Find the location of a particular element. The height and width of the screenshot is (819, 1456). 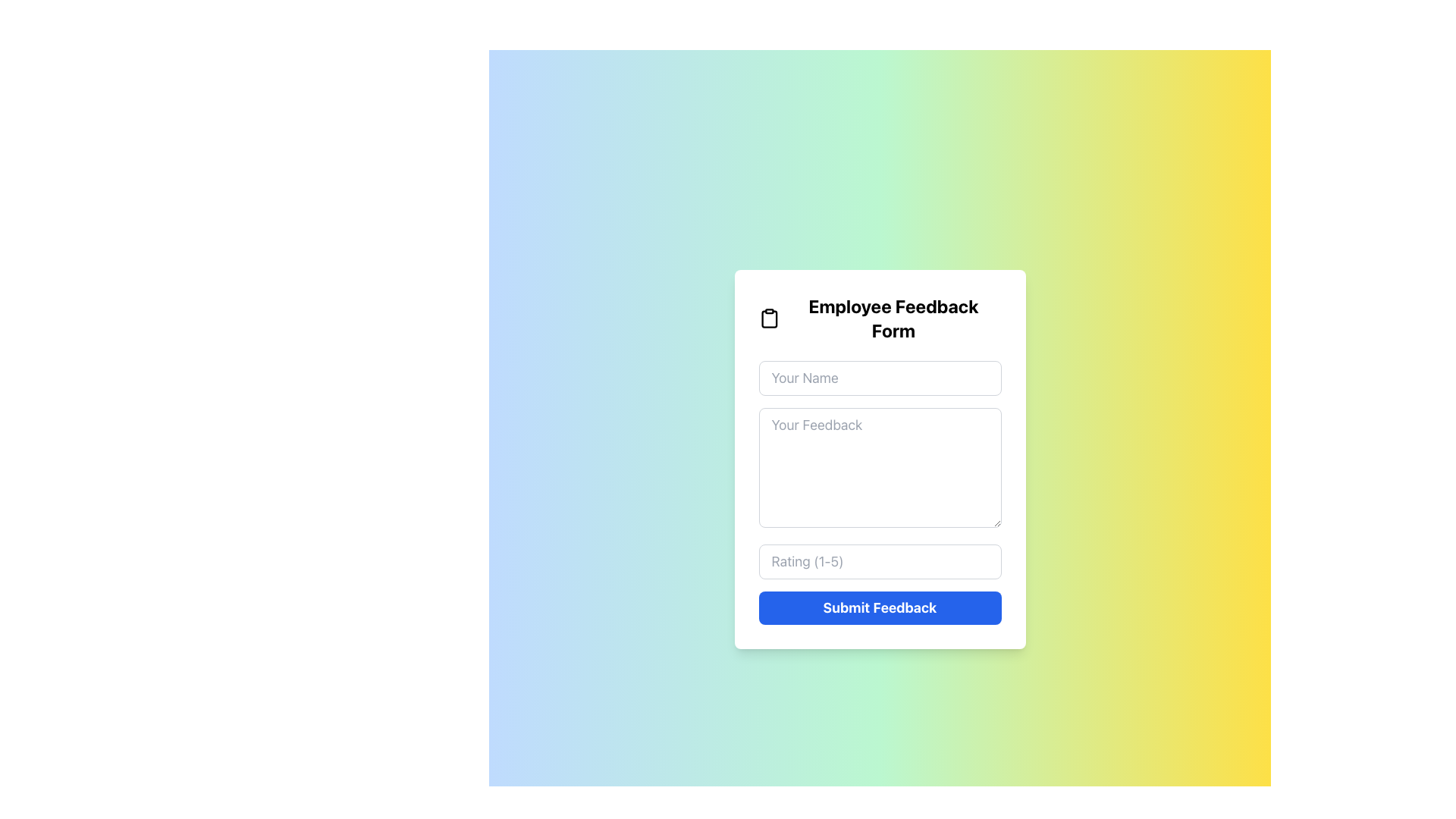

the decorative icon in the header of the 'Employee Feedback Form', which is positioned to the left of the form title and serves a branding purpose is located at coordinates (769, 318).